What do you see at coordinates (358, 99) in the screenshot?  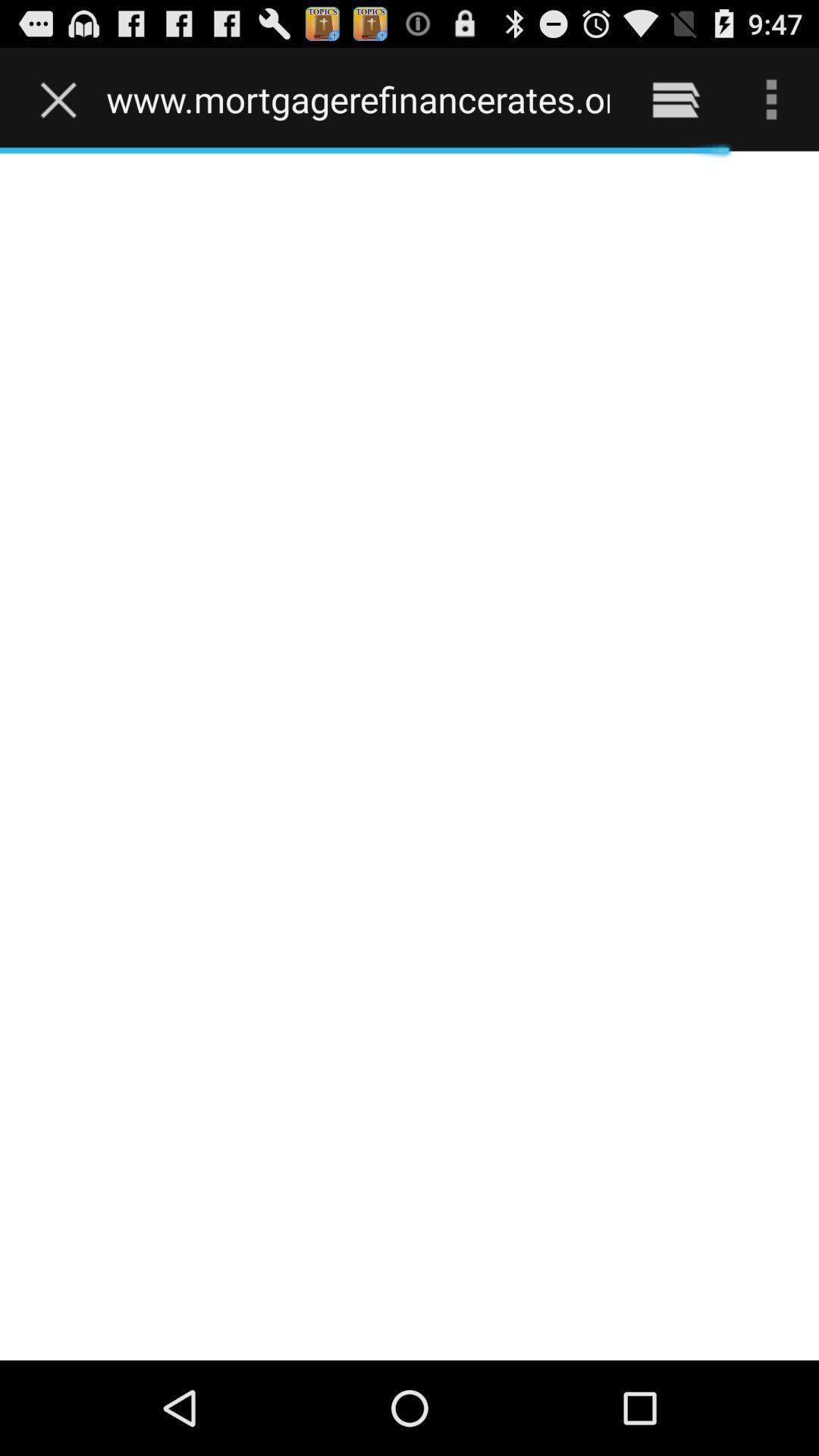 I see `www mortgagerefinancerates org icon` at bounding box center [358, 99].